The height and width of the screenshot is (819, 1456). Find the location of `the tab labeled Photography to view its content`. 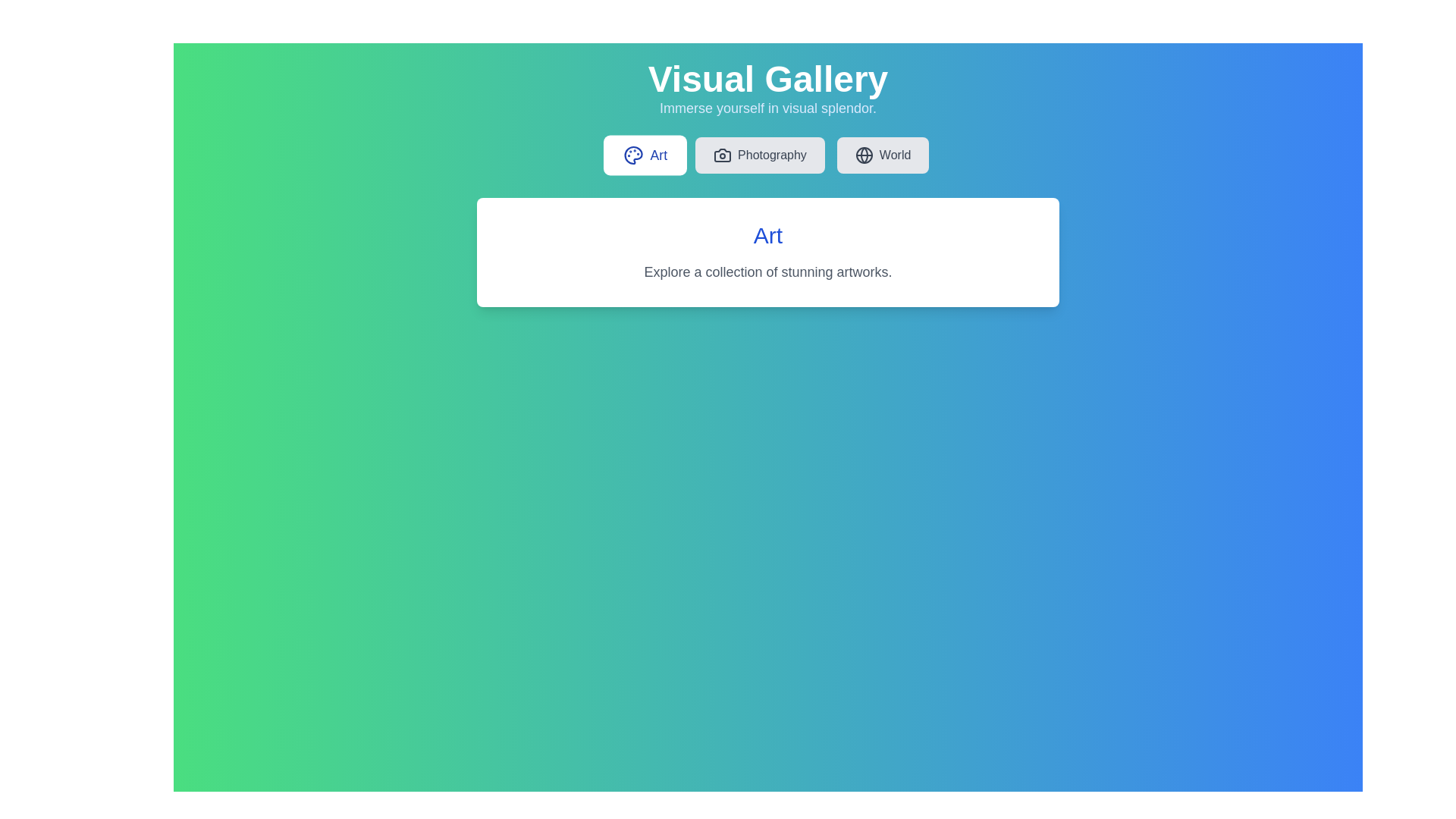

the tab labeled Photography to view its content is located at coordinates (760, 155).